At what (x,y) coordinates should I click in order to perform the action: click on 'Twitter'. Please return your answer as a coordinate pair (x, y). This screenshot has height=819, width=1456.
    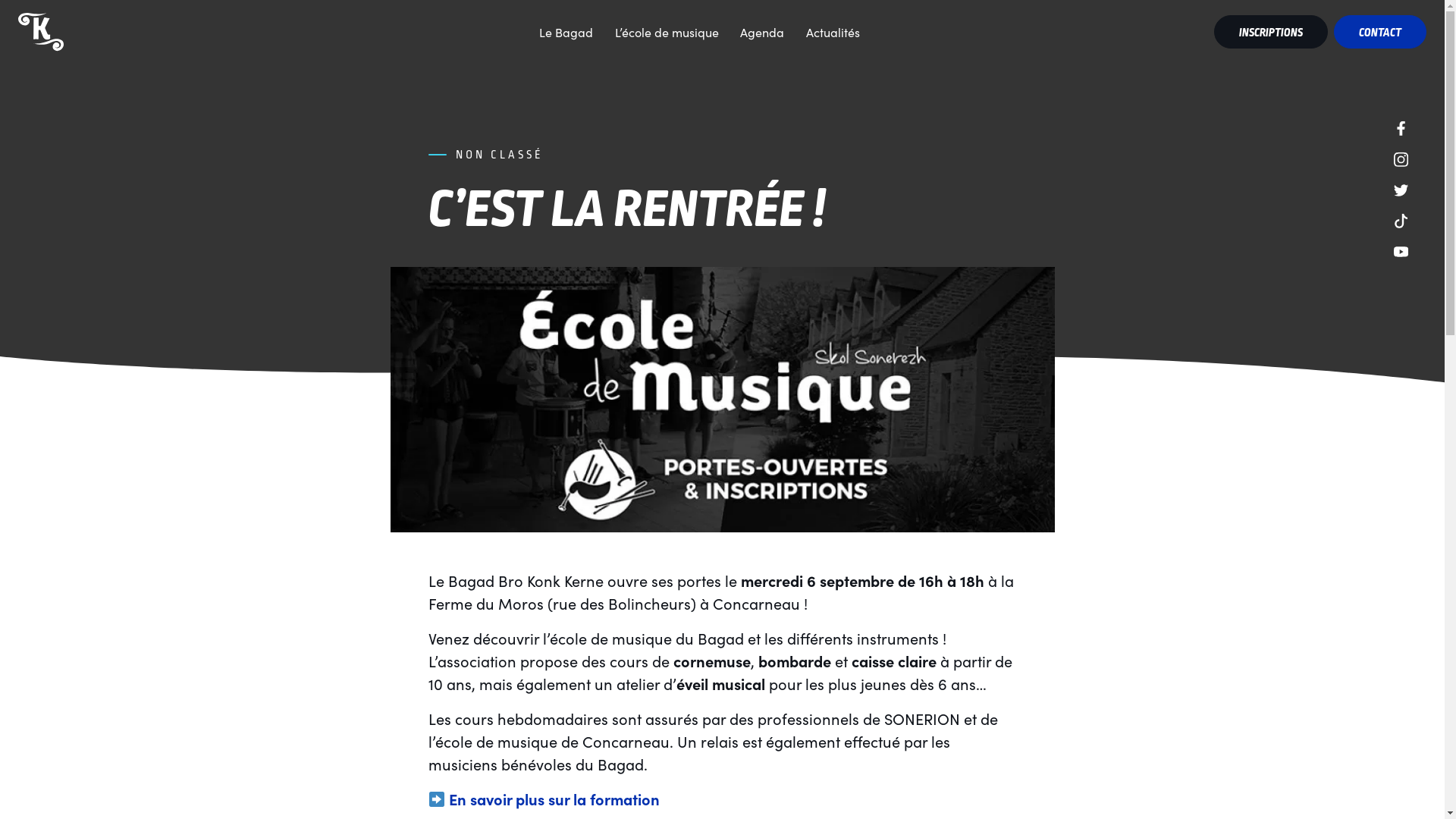
    Looking at the image, I should click on (1400, 187).